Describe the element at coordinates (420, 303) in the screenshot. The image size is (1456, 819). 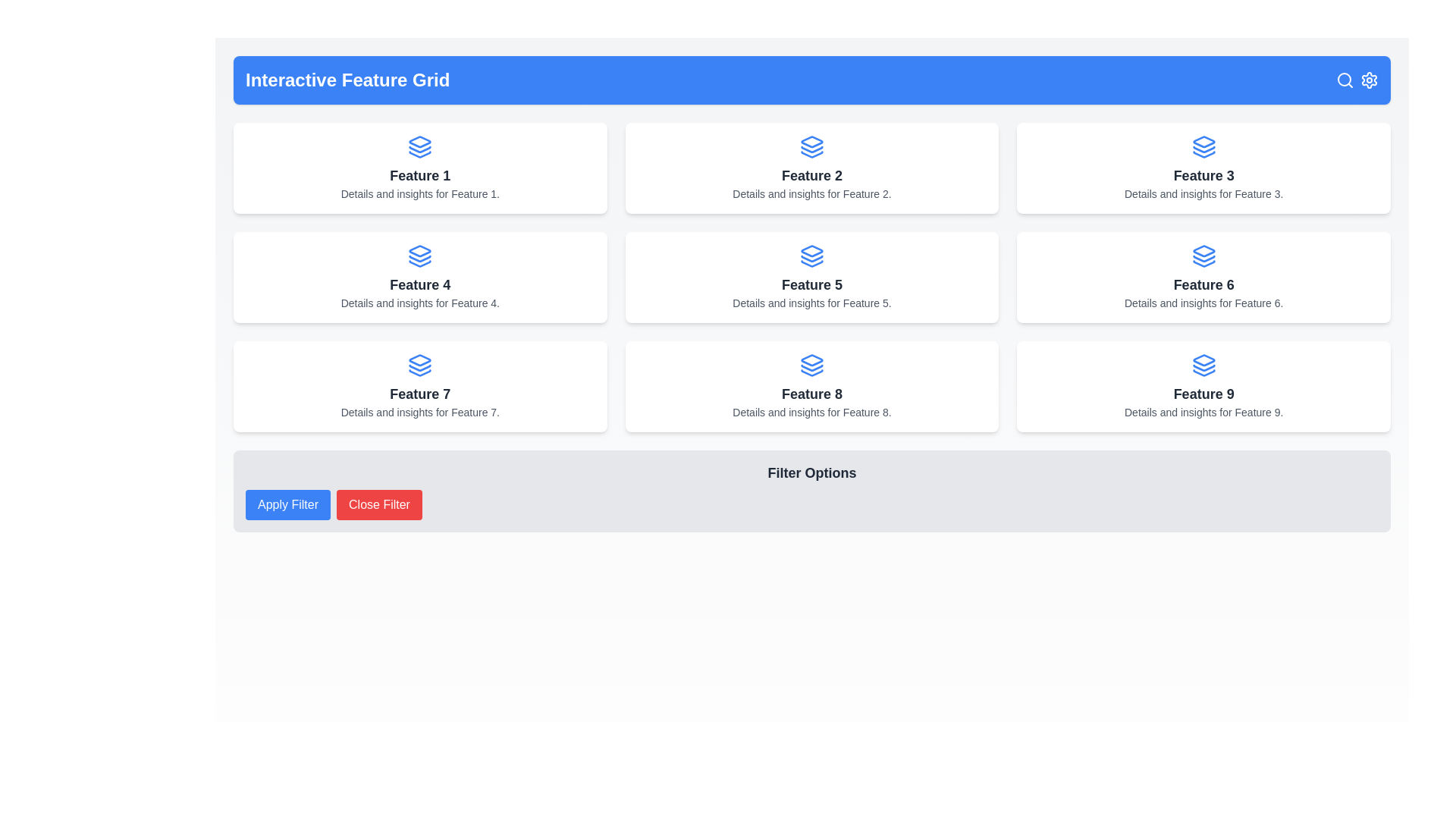
I see `the small gray text label reading 'Details and insights for Feature 4' that is positioned below the title 'Feature 4' in the associated card` at that location.